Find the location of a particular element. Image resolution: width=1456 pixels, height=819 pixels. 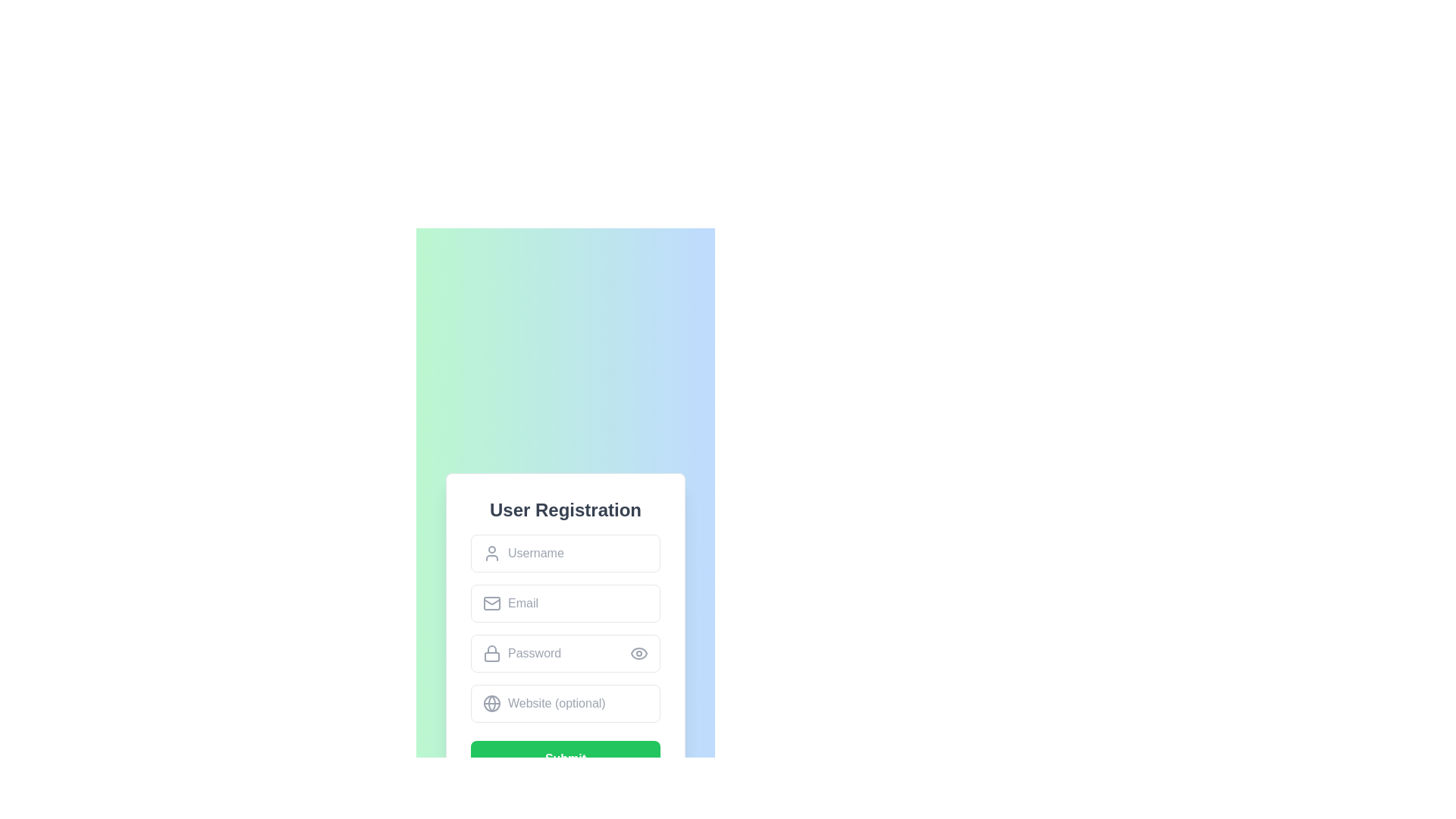

the rectangular green 'Submit' button with white text at the bottom of the user registration form is located at coordinates (564, 759).